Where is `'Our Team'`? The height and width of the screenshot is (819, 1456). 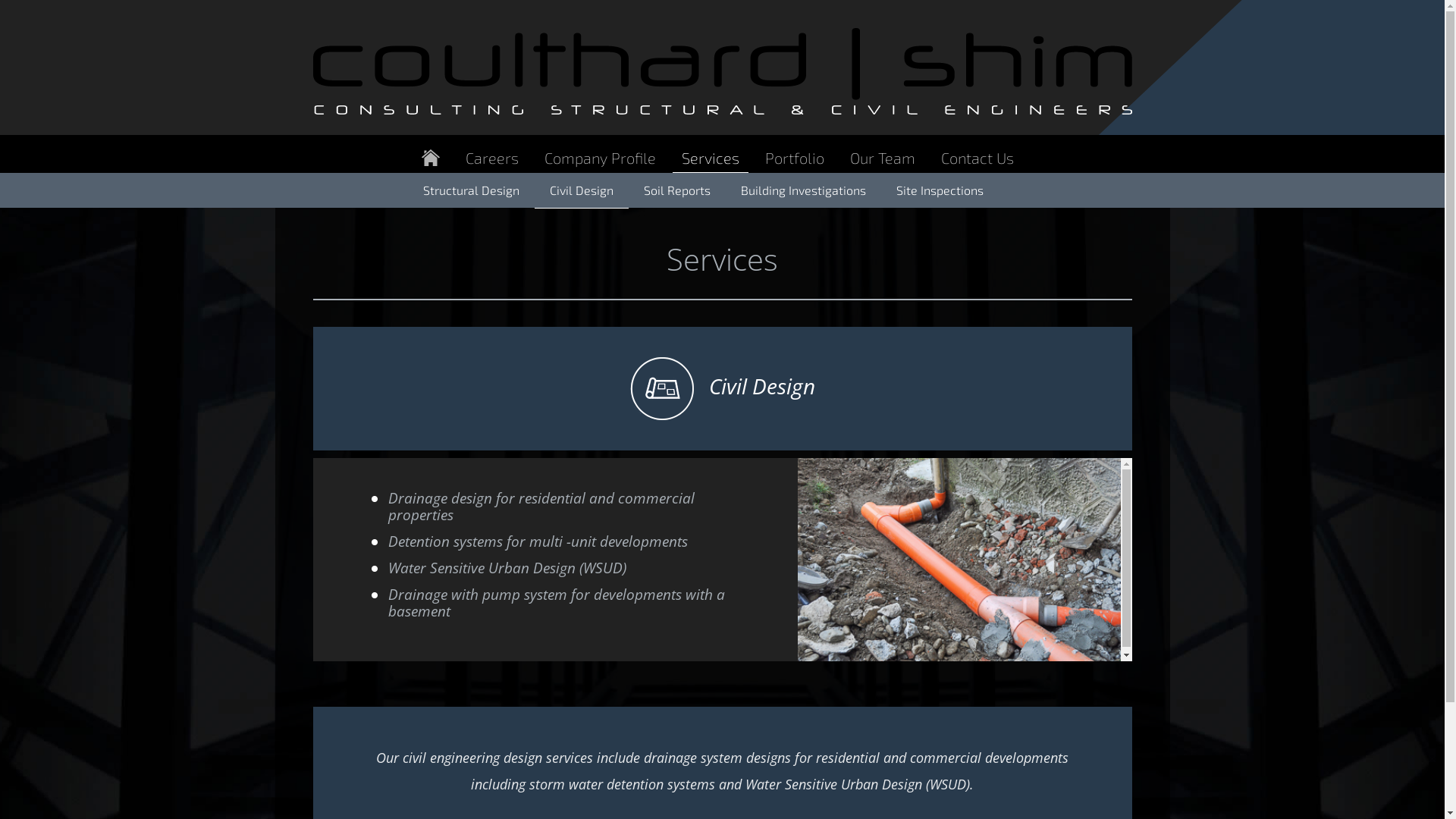
'Our Team' is located at coordinates (881, 158).